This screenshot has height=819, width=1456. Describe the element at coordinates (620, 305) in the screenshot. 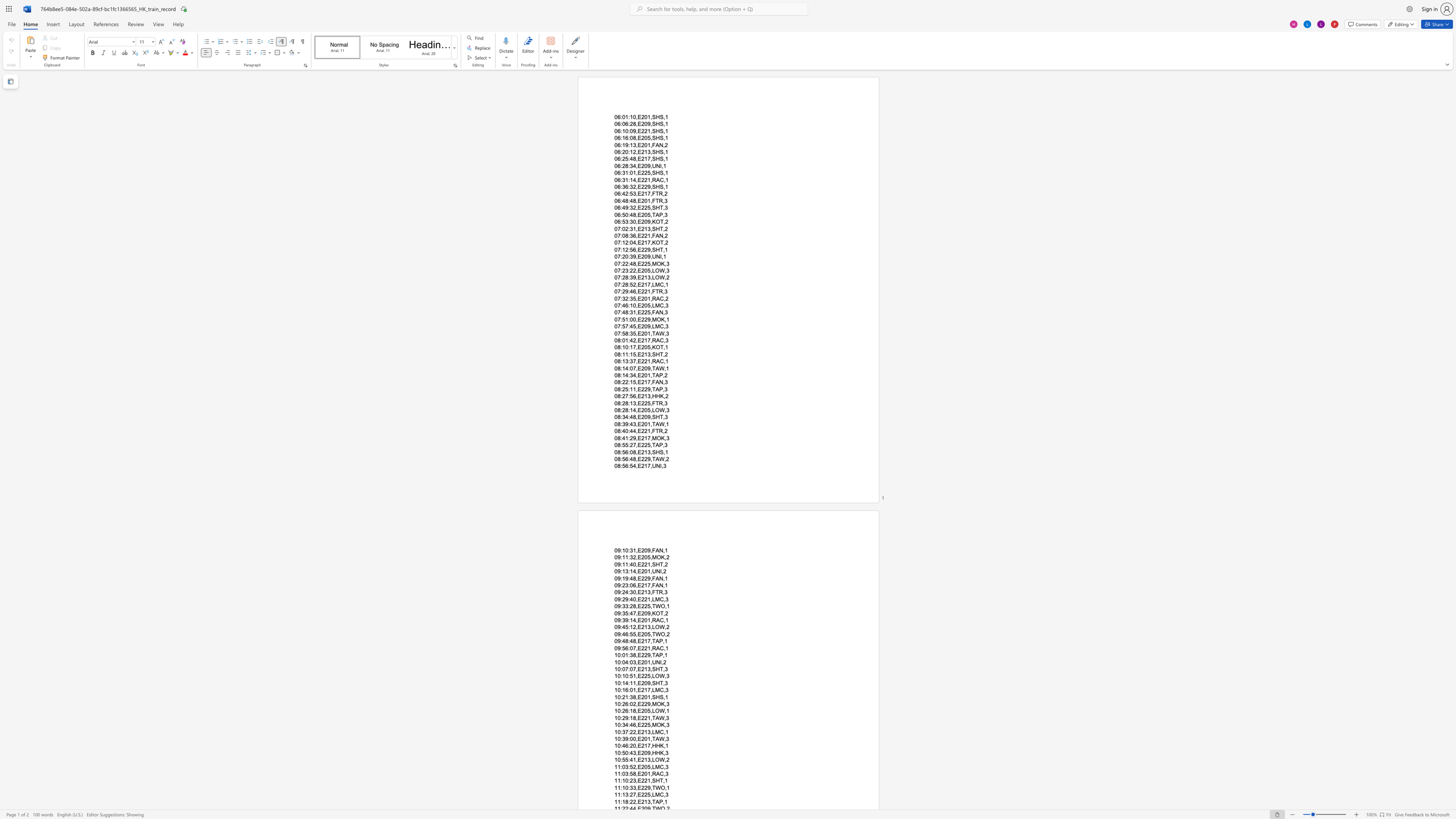

I see `the subset text ":46:10,E205,LMC" within the text "07:46:10,E205,LMC,3"` at that location.